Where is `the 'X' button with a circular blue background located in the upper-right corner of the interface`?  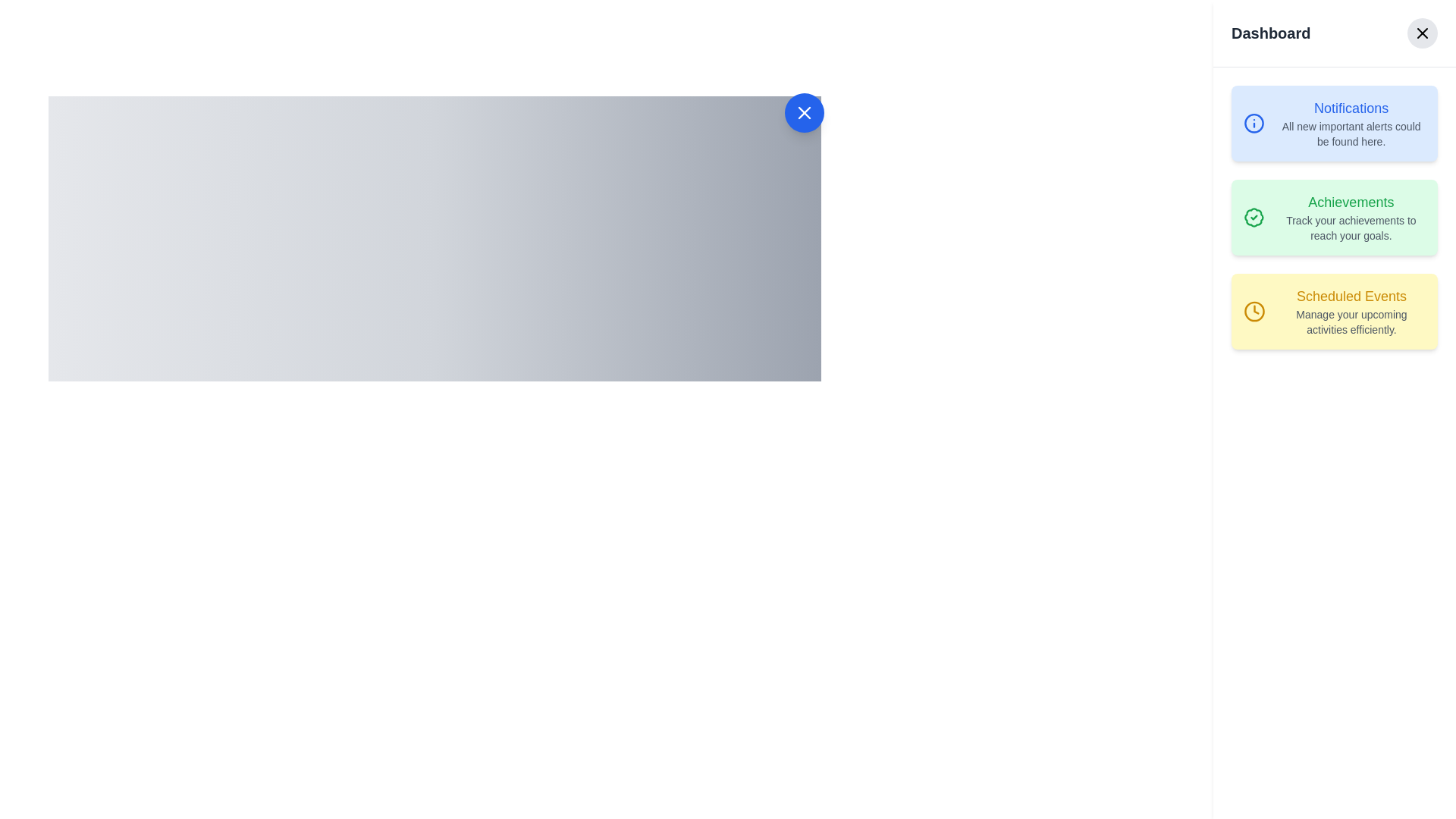 the 'X' button with a circular blue background located in the upper-right corner of the interface is located at coordinates (803, 112).